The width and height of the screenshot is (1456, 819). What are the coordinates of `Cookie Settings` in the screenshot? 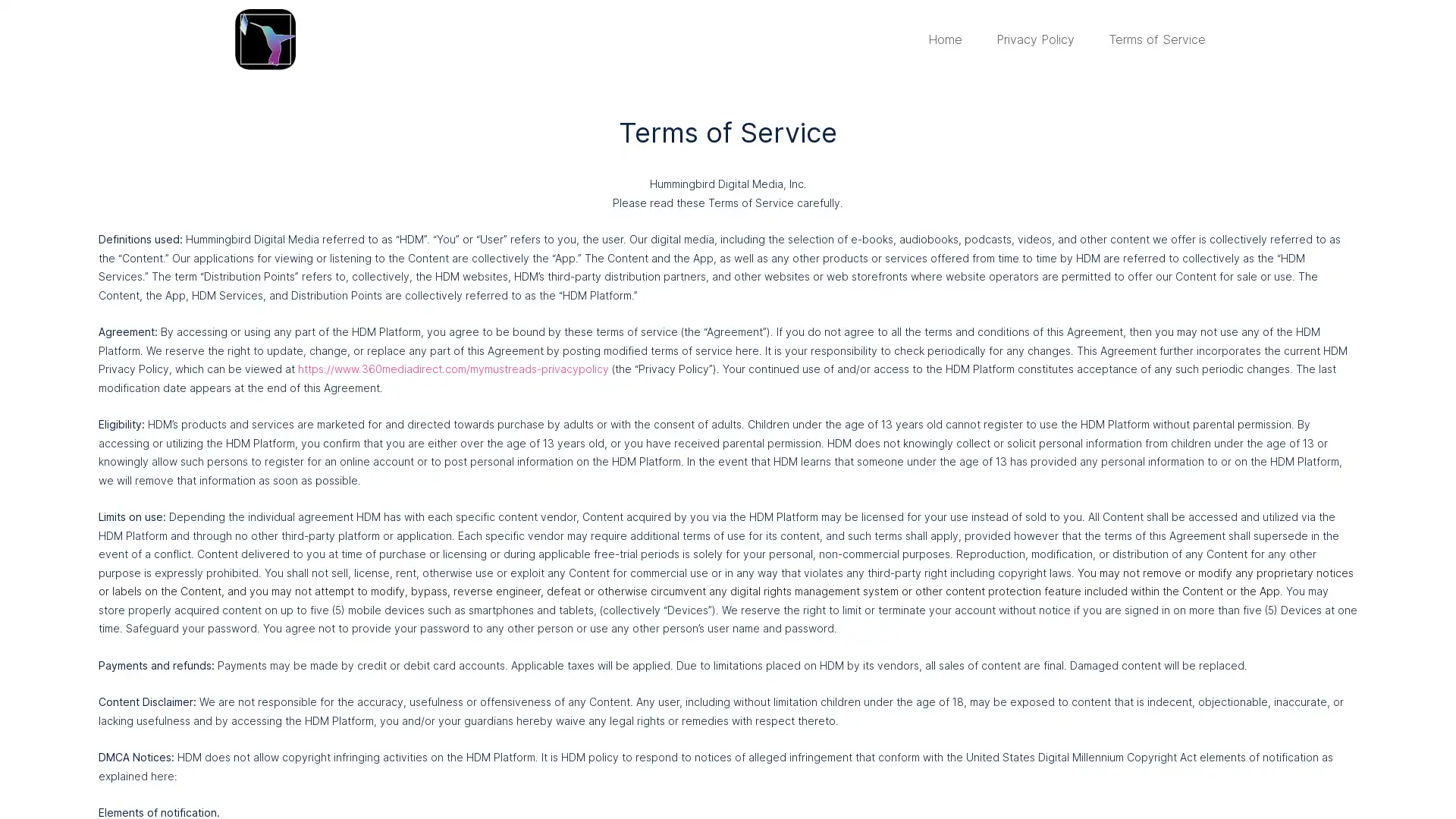 It's located at (1058, 786).